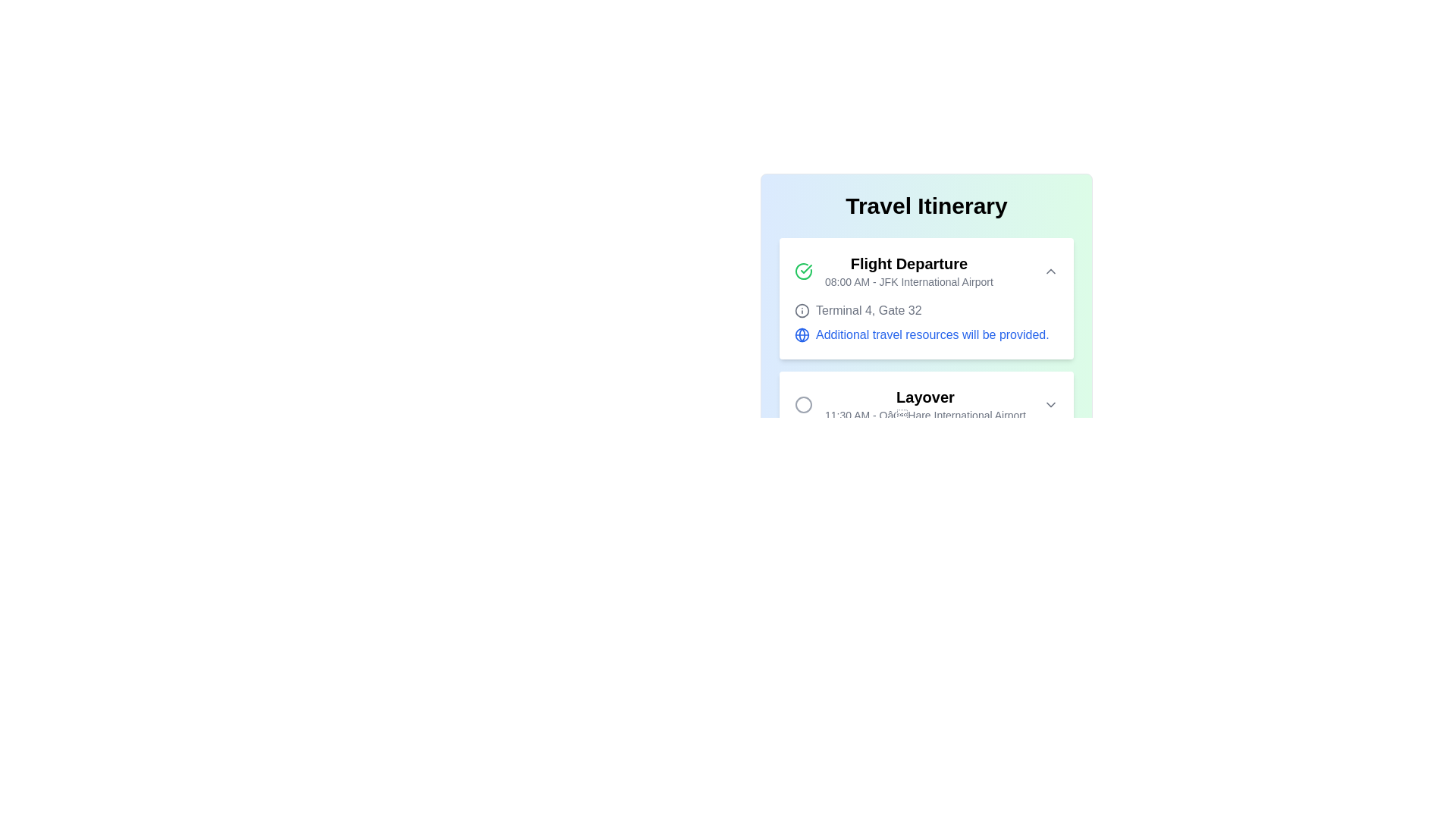  What do you see at coordinates (924, 397) in the screenshot?
I see `the 'Layover' text label, which is prominently displayed in bold and larger font size beneath the 'Travel Itinerary' header` at bounding box center [924, 397].